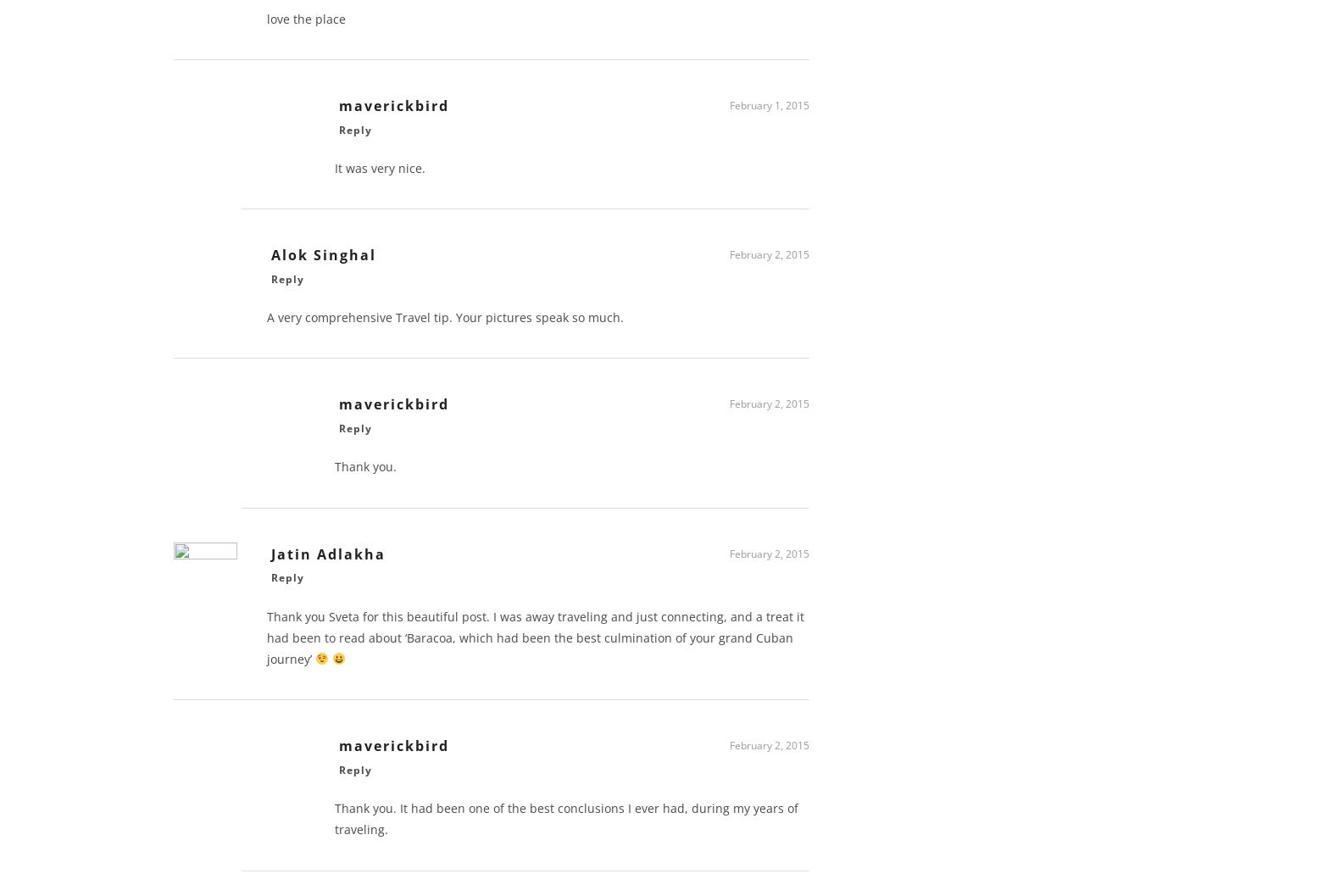 The image size is (1329, 896). I want to click on 'It was very nice.', so click(334, 174).